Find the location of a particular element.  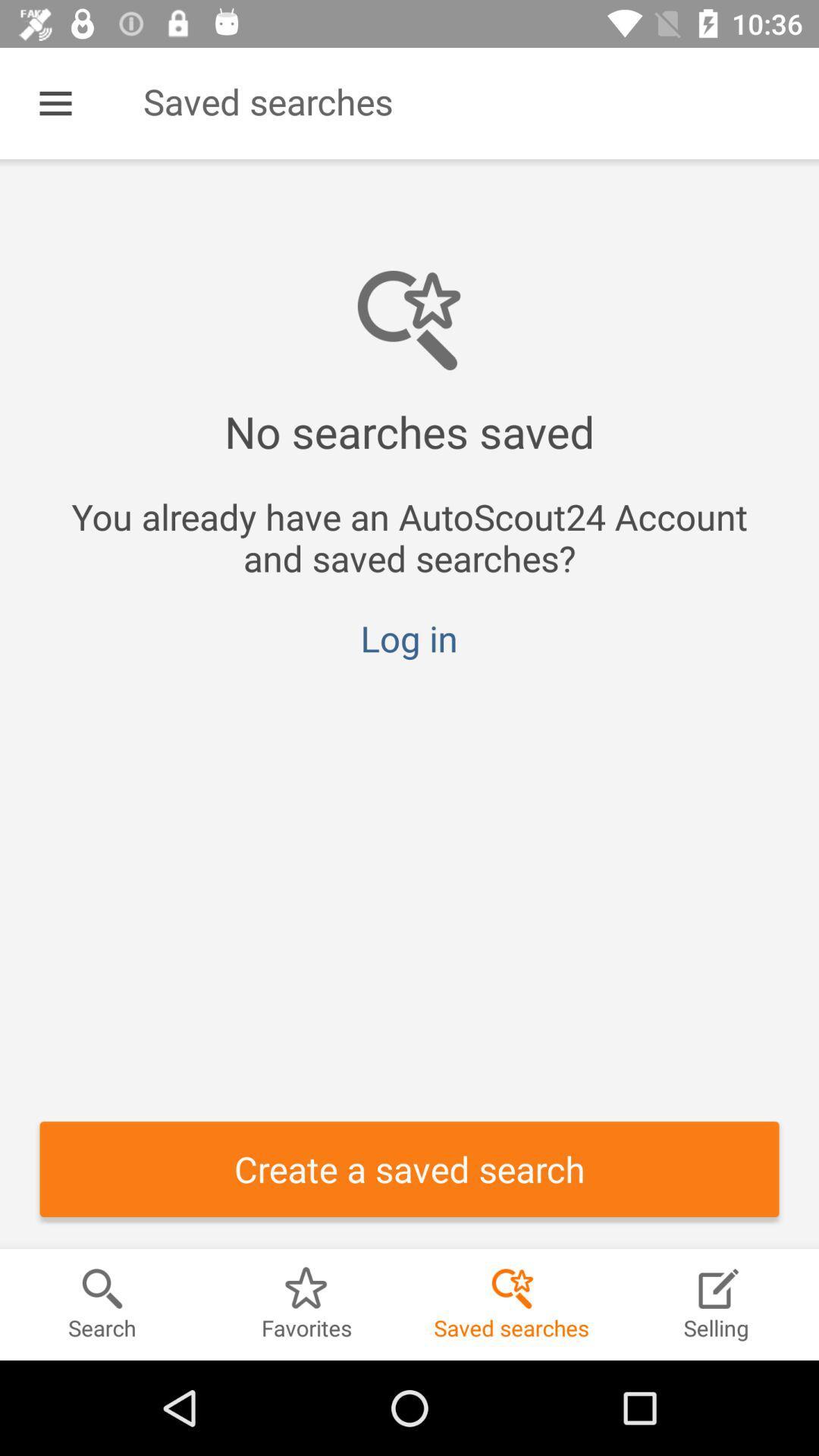

the item to the left of saved searches item is located at coordinates (55, 102).